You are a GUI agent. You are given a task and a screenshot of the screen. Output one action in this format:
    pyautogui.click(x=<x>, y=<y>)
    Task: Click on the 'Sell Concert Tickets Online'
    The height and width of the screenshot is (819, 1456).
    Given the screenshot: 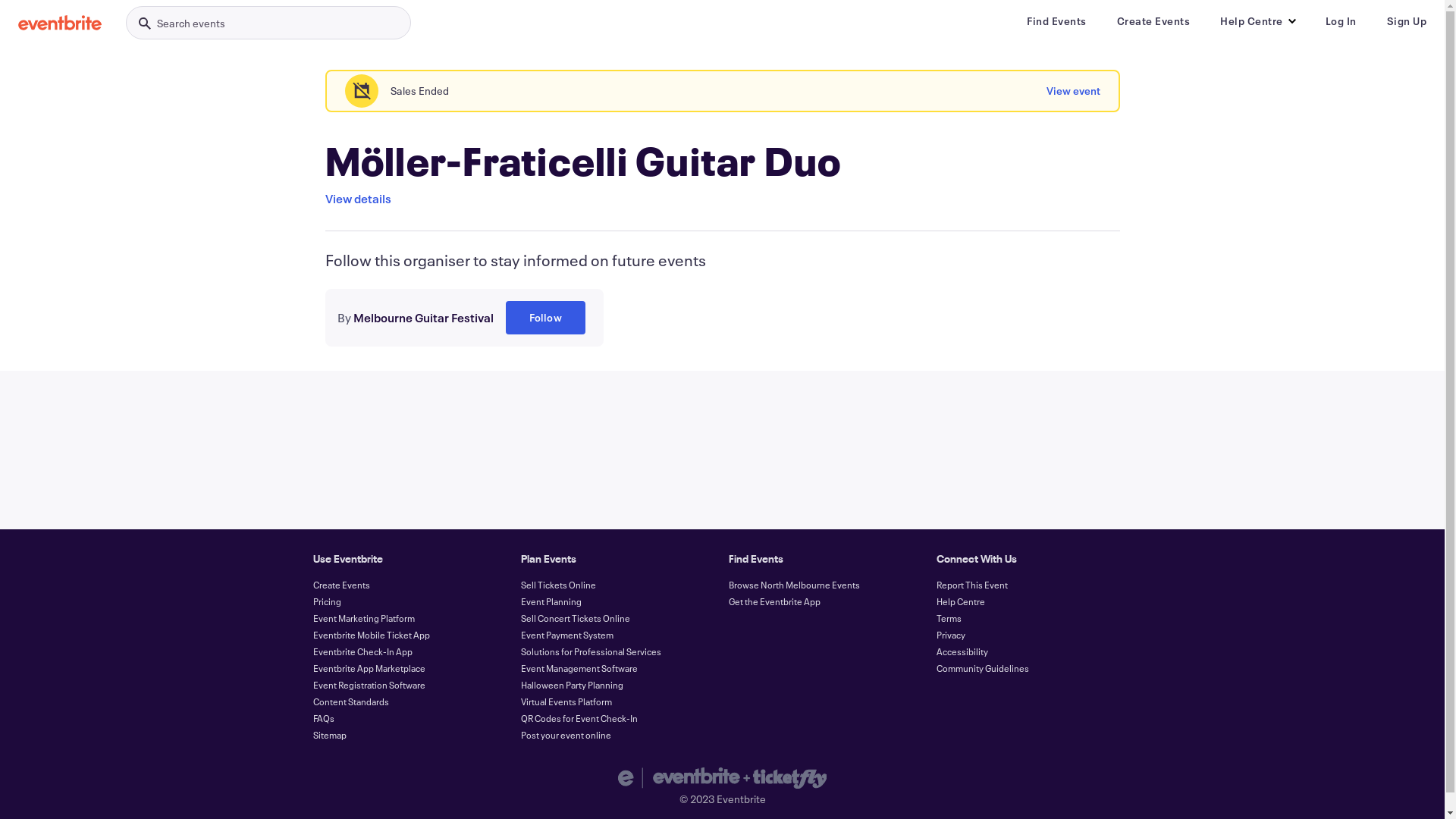 What is the action you would take?
    pyautogui.click(x=574, y=617)
    